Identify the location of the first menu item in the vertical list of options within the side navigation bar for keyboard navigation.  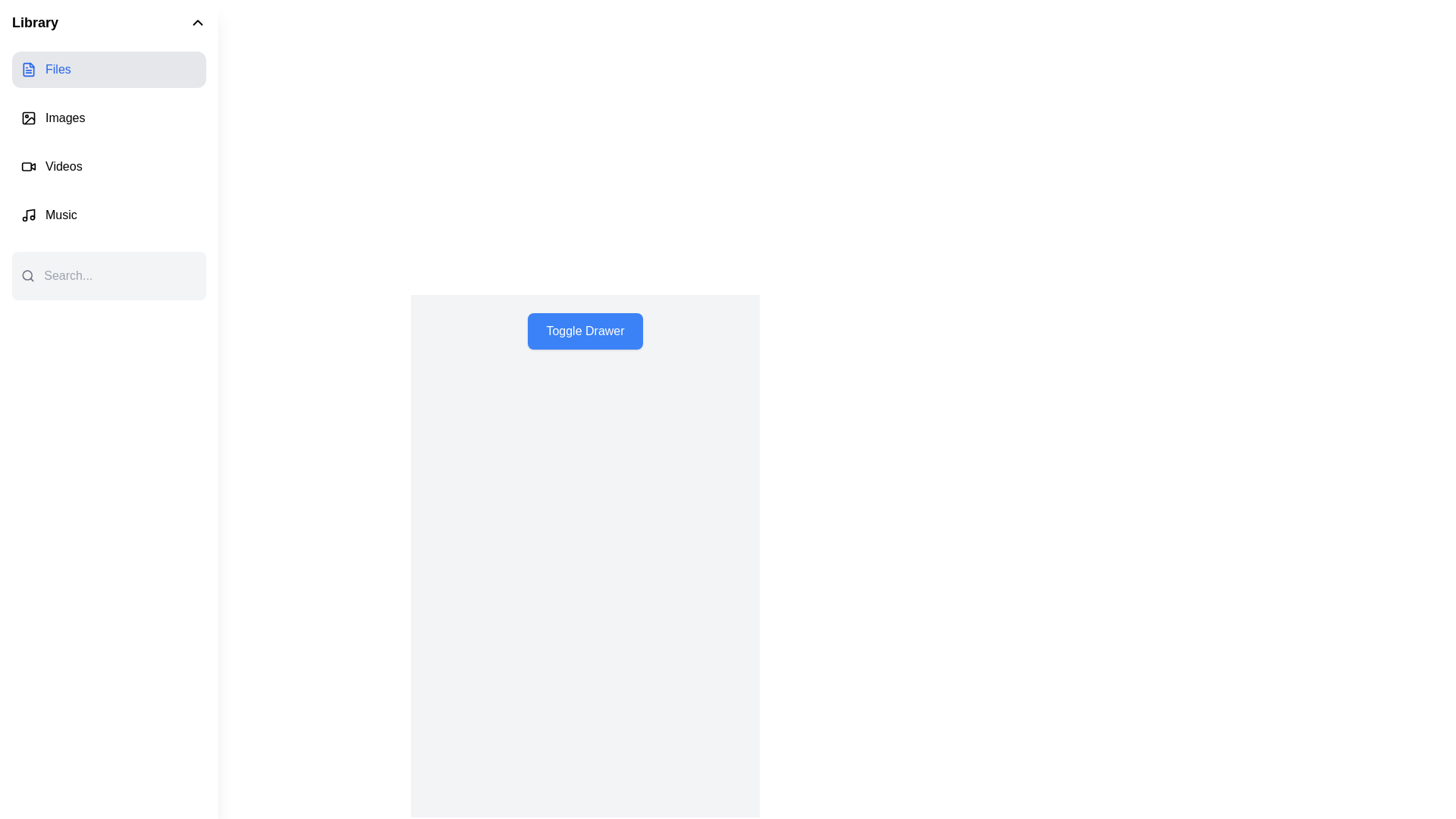
(108, 70).